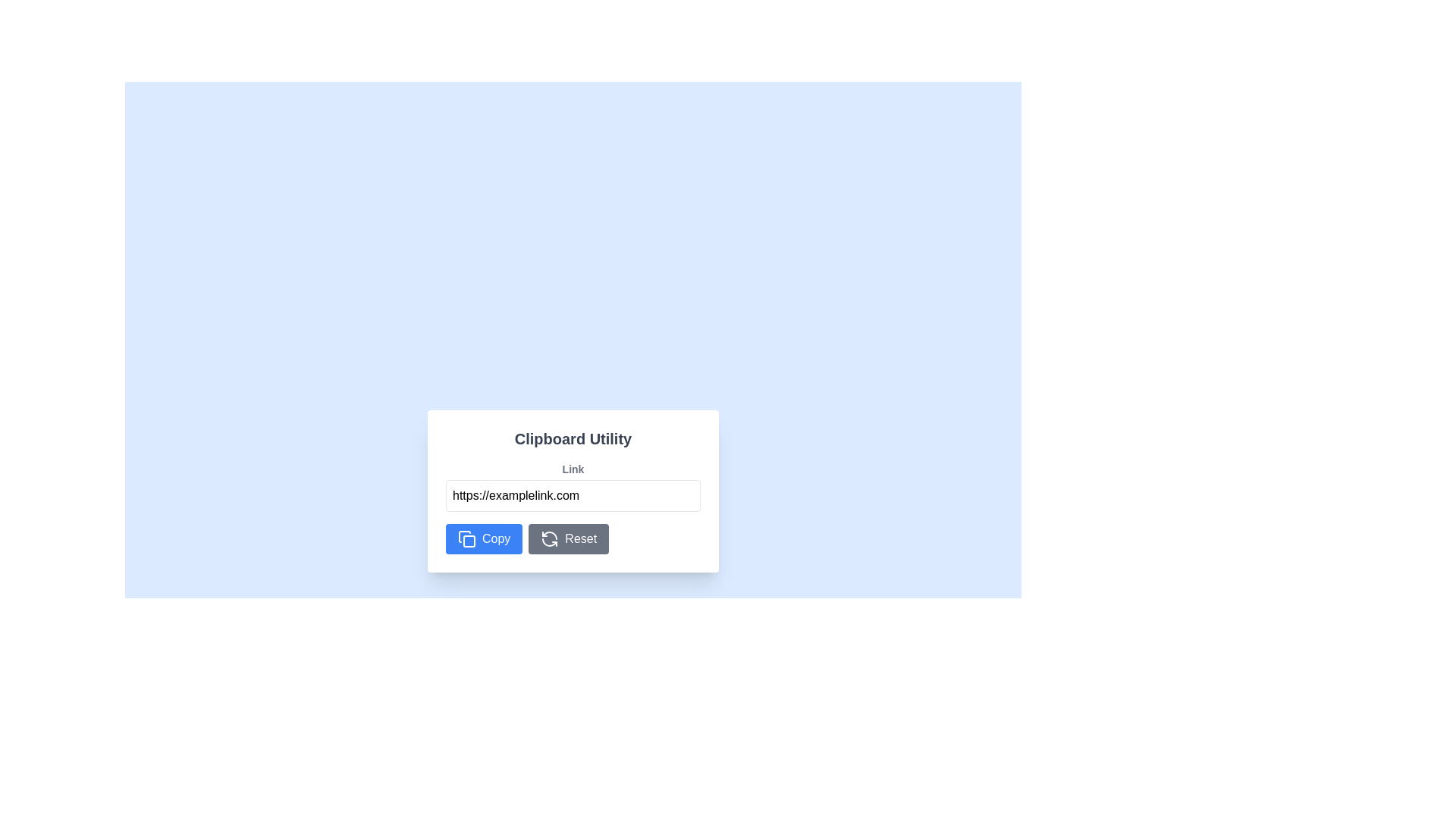 Image resolution: width=1456 pixels, height=819 pixels. Describe the element at coordinates (464, 536) in the screenshot. I see `the graphic representation of the document icon within the 'Copy' button located in the lower section of the modal interface, to the left of the 'Copy' text label` at that location.